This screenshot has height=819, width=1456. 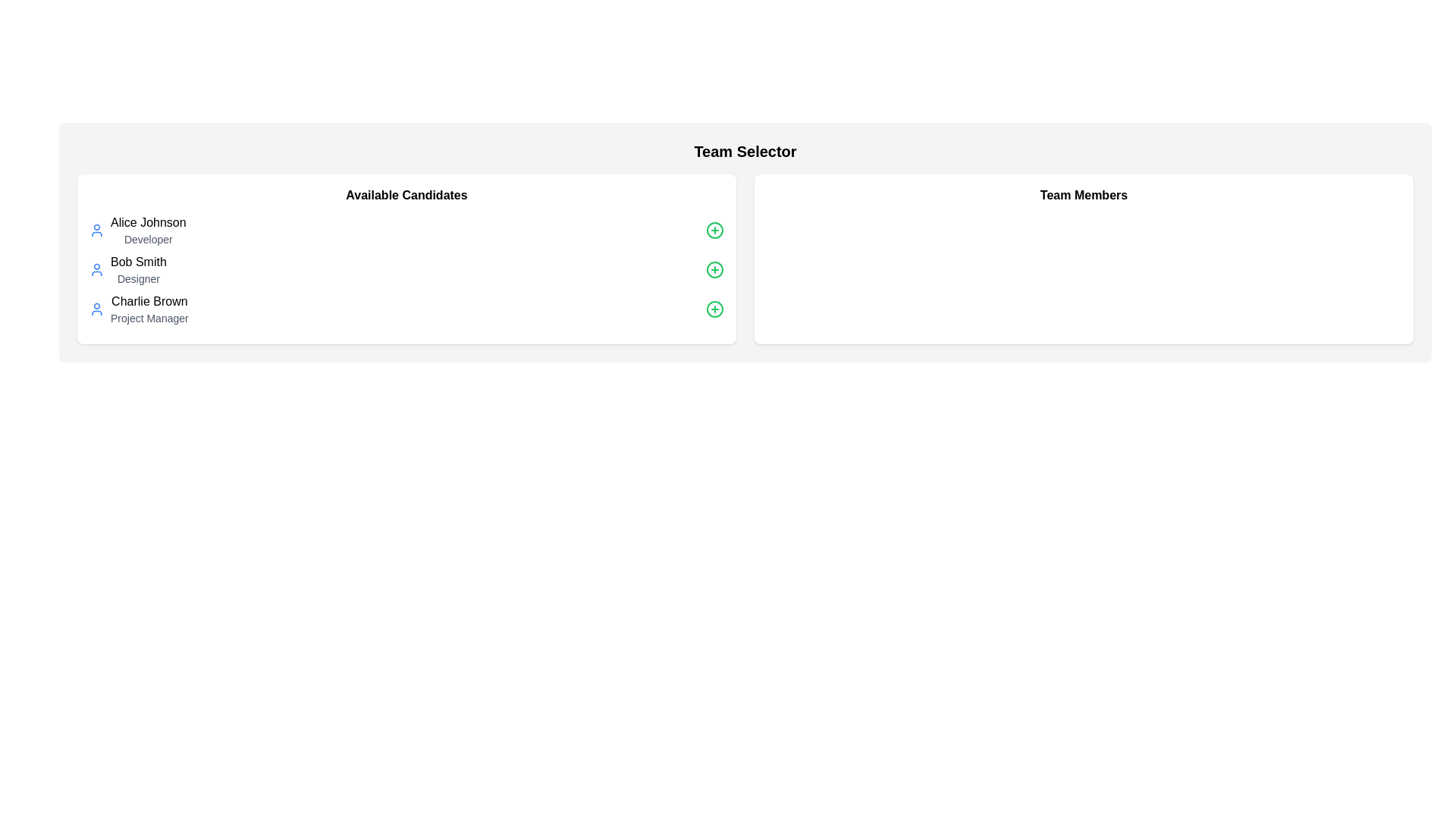 What do you see at coordinates (96, 231) in the screenshot?
I see `the user silhouette icon in blue color representing 'Alice Johnson', the first candidate in the list` at bounding box center [96, 231].